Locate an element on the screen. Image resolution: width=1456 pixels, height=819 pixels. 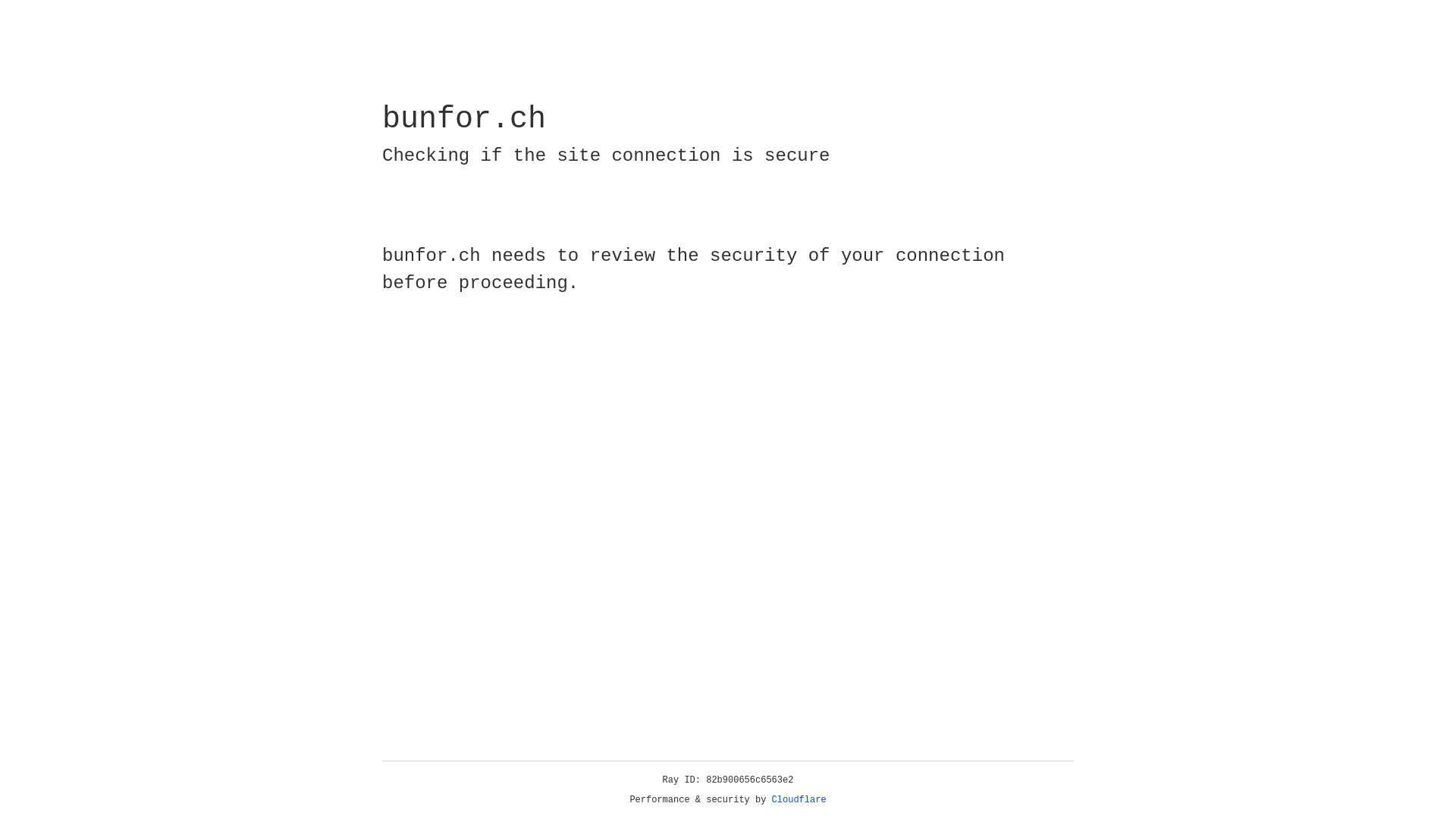
'Cloudflare' is located at coordinates (771, 799).